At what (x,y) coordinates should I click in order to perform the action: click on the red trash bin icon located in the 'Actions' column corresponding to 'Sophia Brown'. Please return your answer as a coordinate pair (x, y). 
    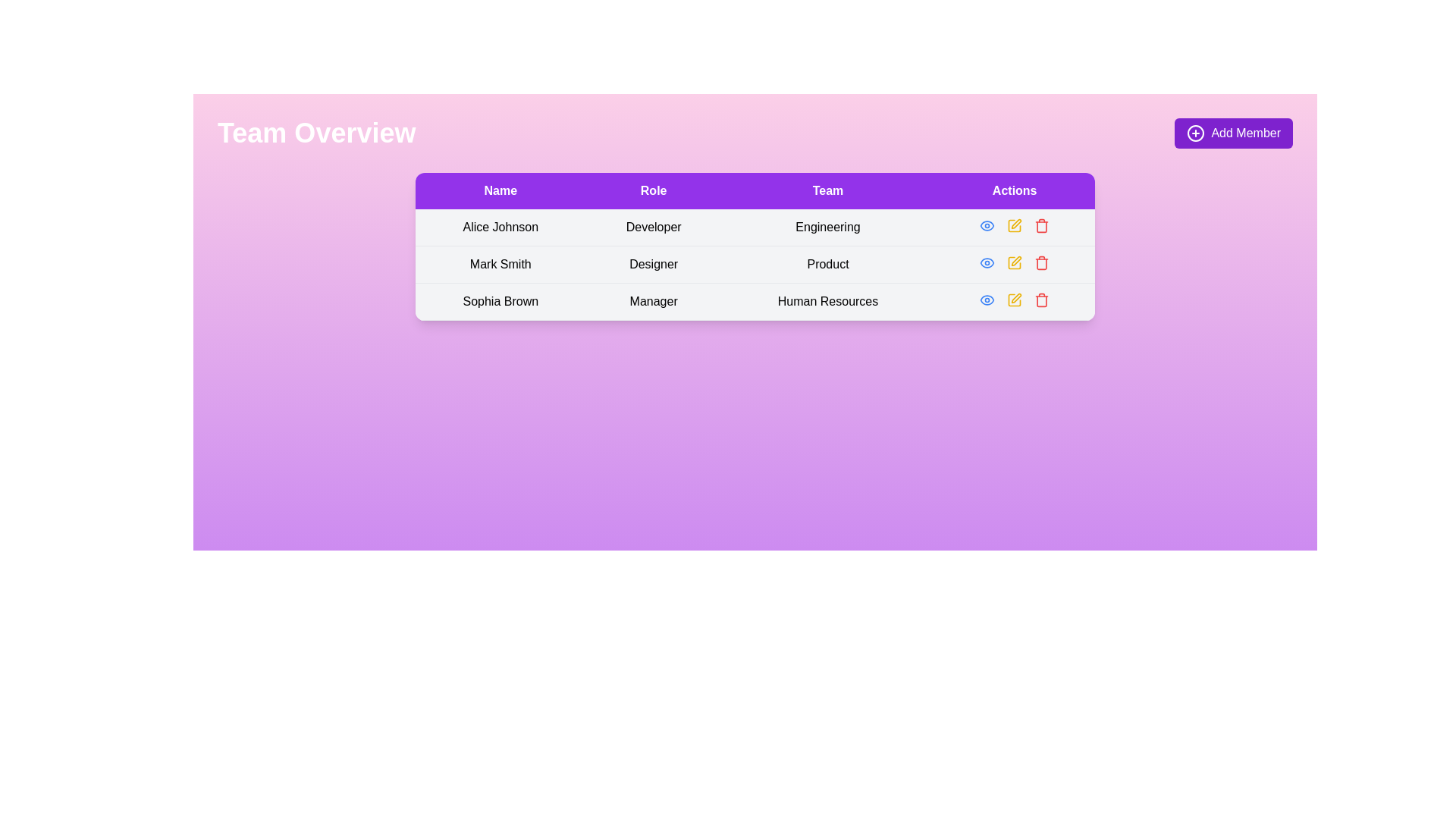
    Looking at the image, I should click on (1041, 300).